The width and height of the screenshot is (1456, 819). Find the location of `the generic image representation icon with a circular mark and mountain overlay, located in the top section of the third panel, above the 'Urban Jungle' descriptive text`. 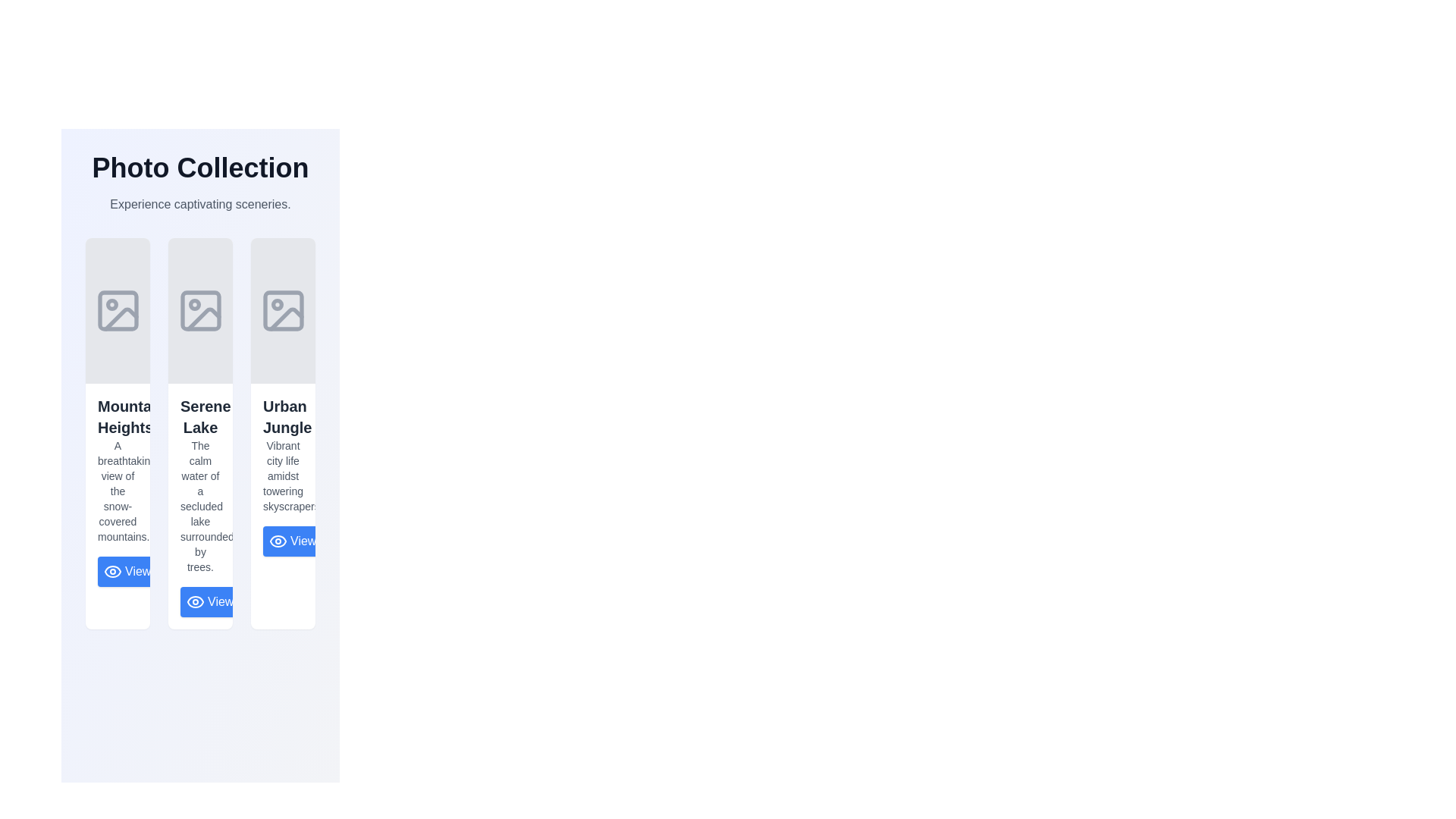

the generic image representation icon with a circular mark and mountain overlay, located in the top section of the third panel, above the 'Urban Jungle' descriptive text is located at coordinates (283, 309).